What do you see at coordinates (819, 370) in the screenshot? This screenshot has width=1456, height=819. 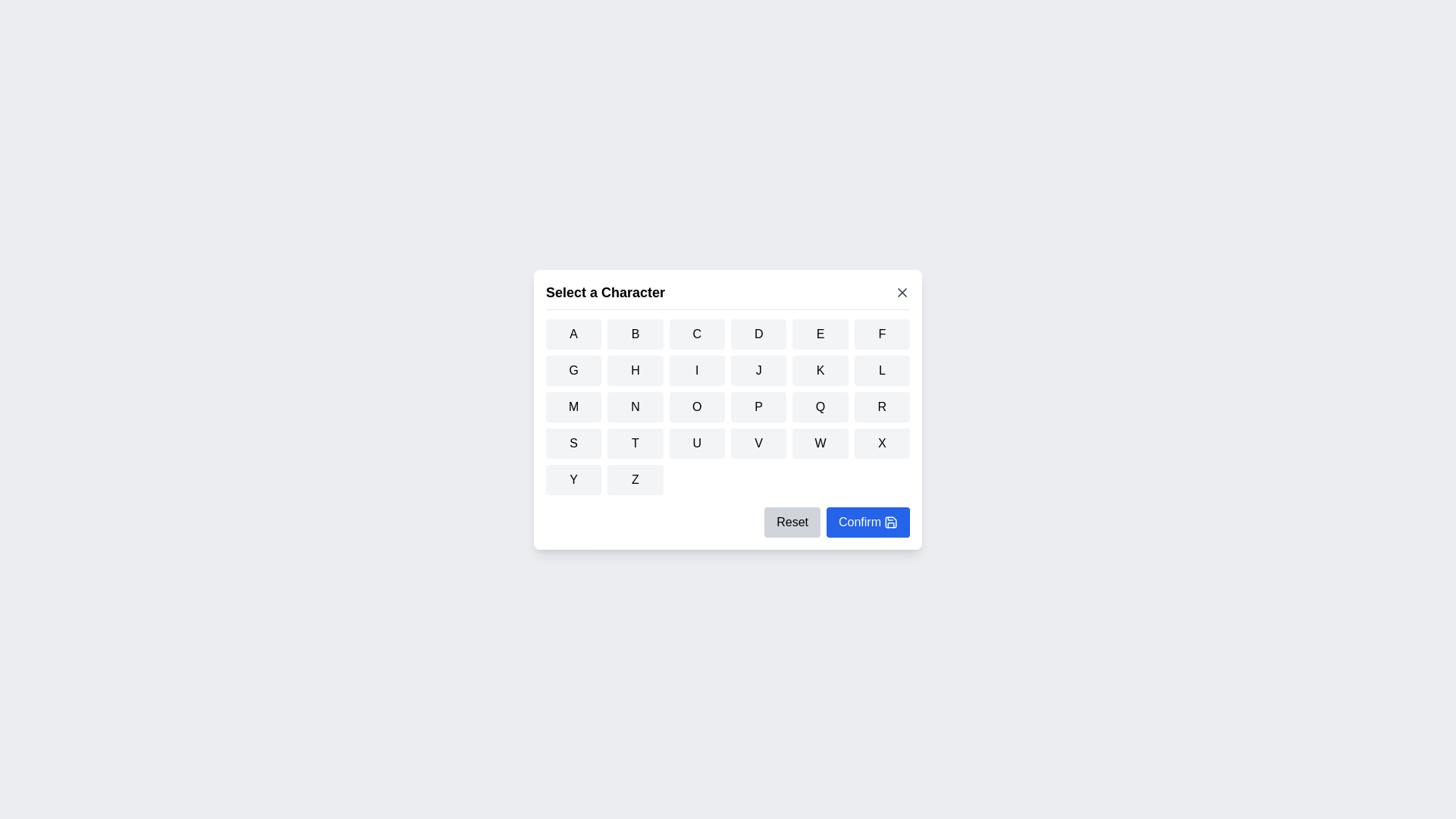 I see `the button corresponding to the character K to select it` at bounding box center [819, 370].